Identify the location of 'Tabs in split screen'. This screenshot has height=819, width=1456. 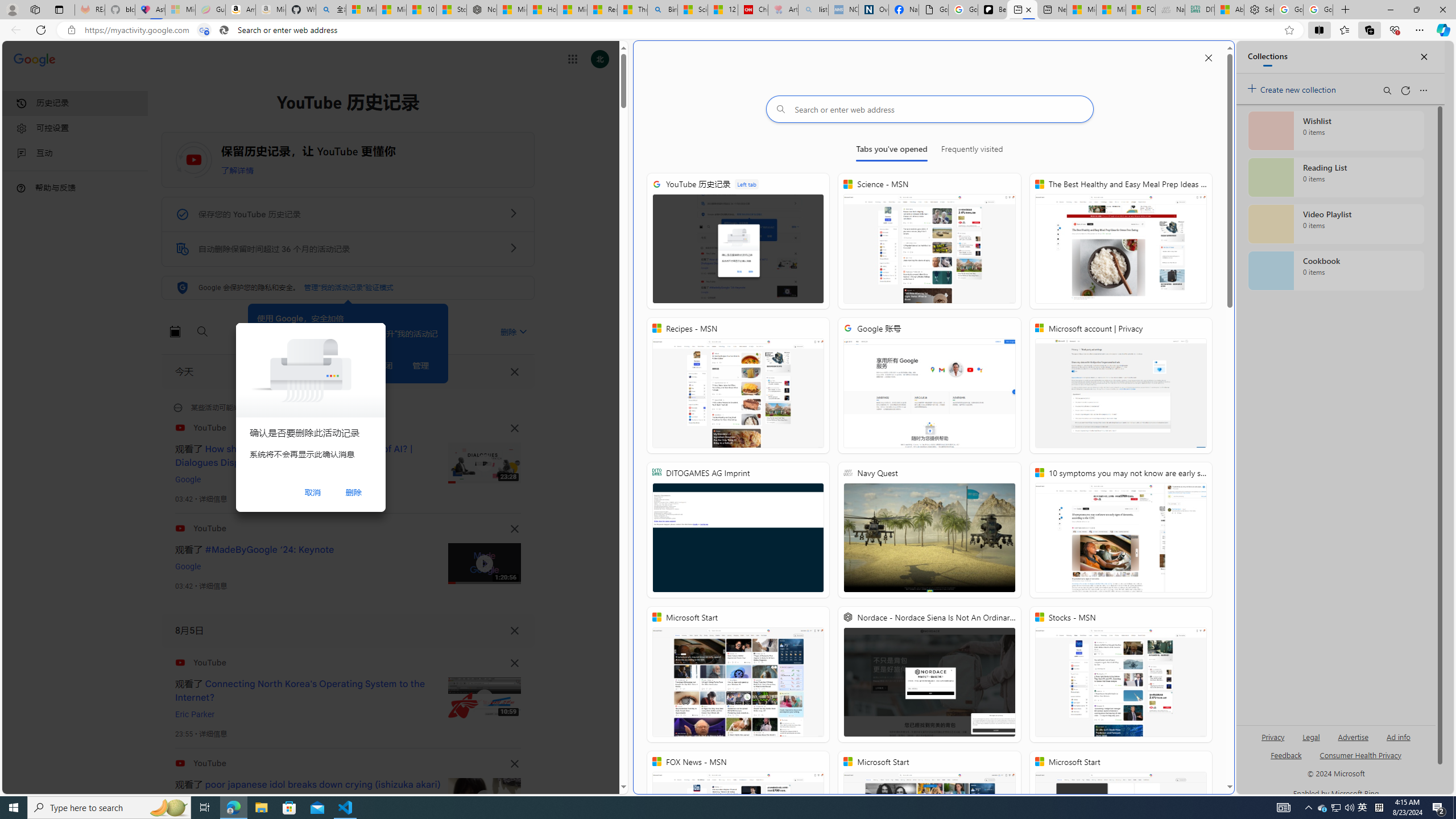
(204, 30).